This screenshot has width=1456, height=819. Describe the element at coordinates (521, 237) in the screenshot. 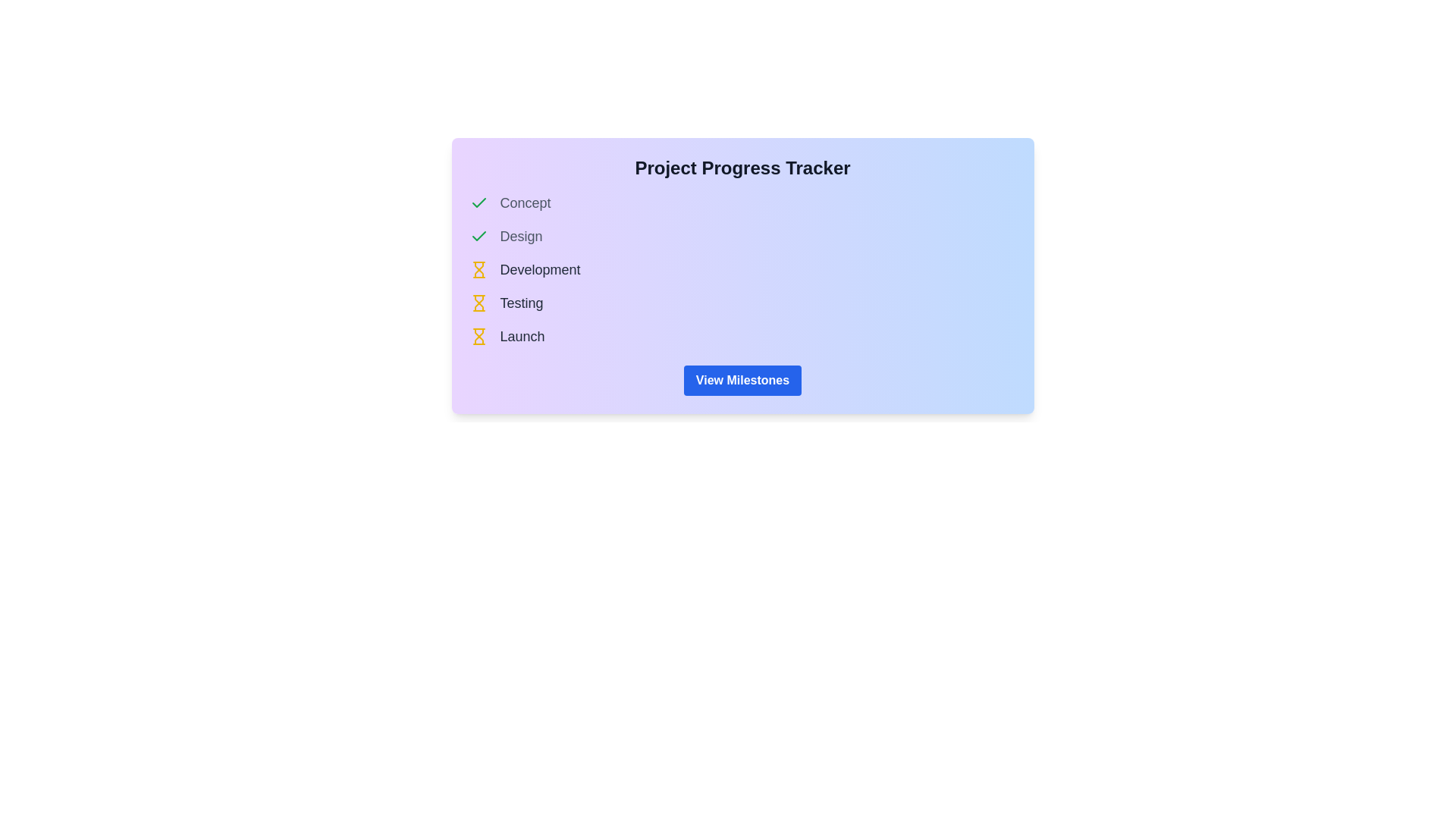

I see `the text label displaying 'Design', which is styled in gray and is the second item in the vertical list under 'Project Progress Tracker'` at that location.